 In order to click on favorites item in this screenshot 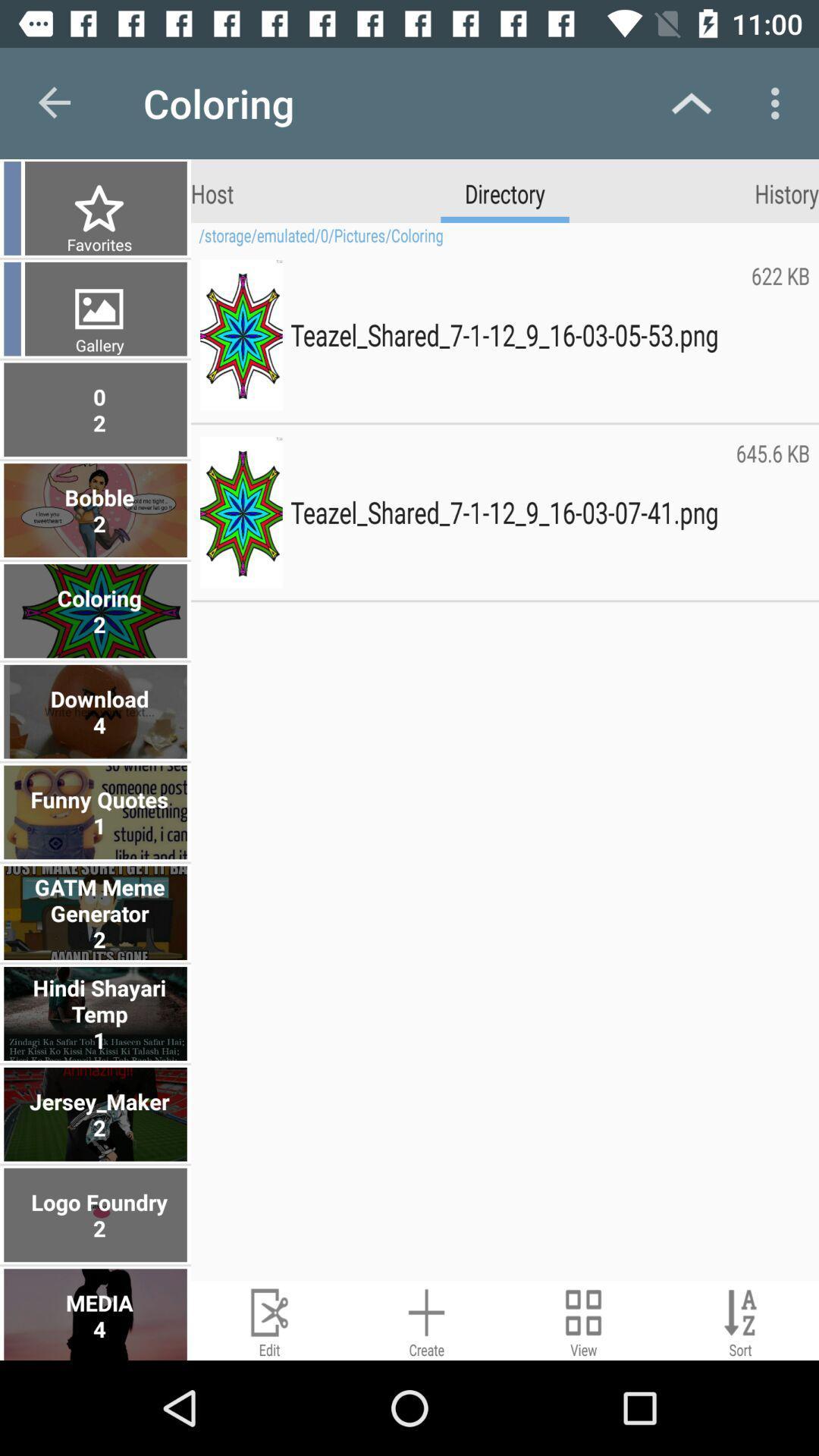, I will do `click(97, 244)`.